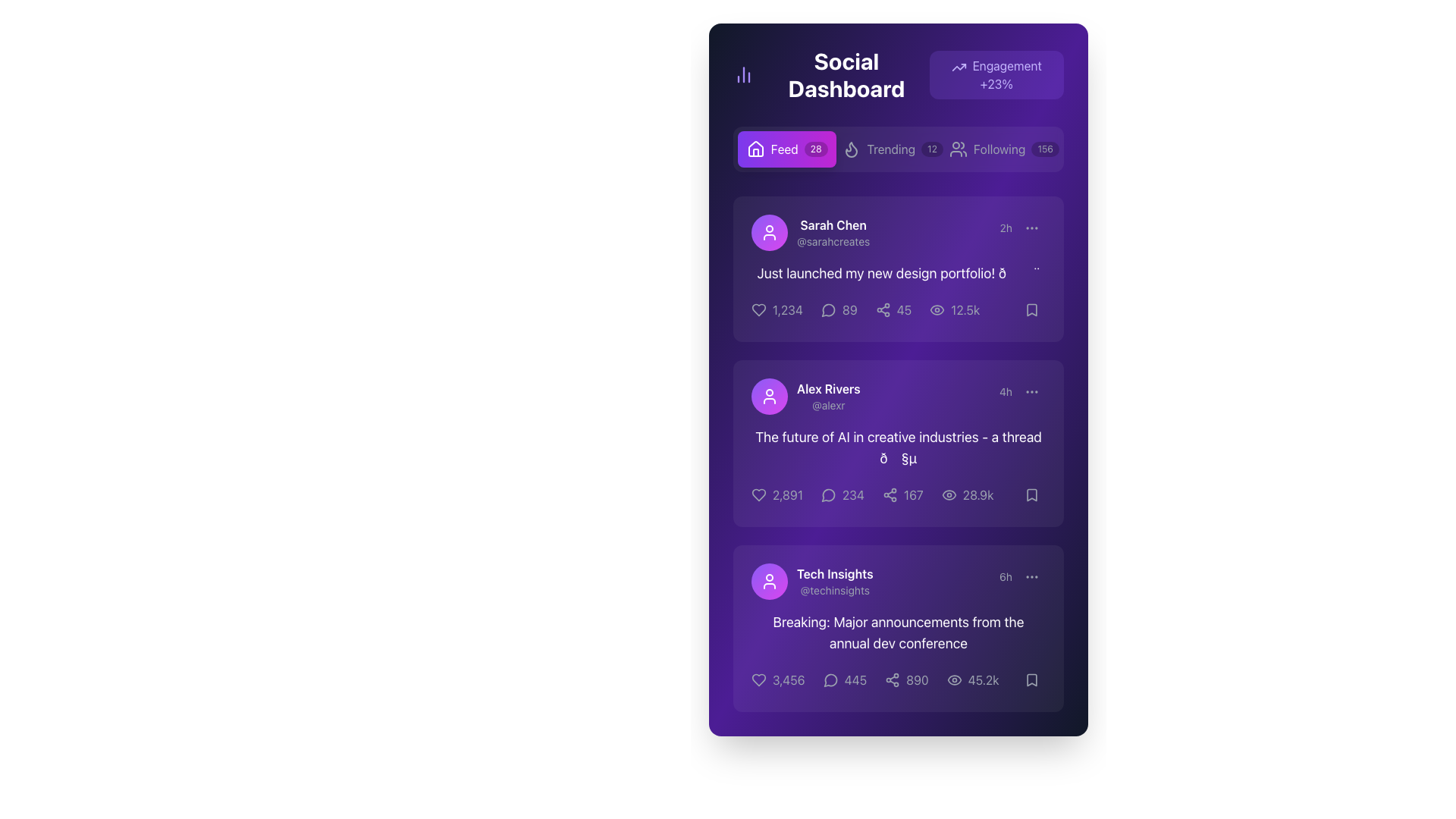 This screenshot has height=819, width=1456. Describe the element at coordinates (833, 241) in the screenshot. I see `the text label element '@sarahcreates', which is styled in a smaller gray font and positioned directly below the bold white text 'Sarah Chen' in the user profile block` at that location.